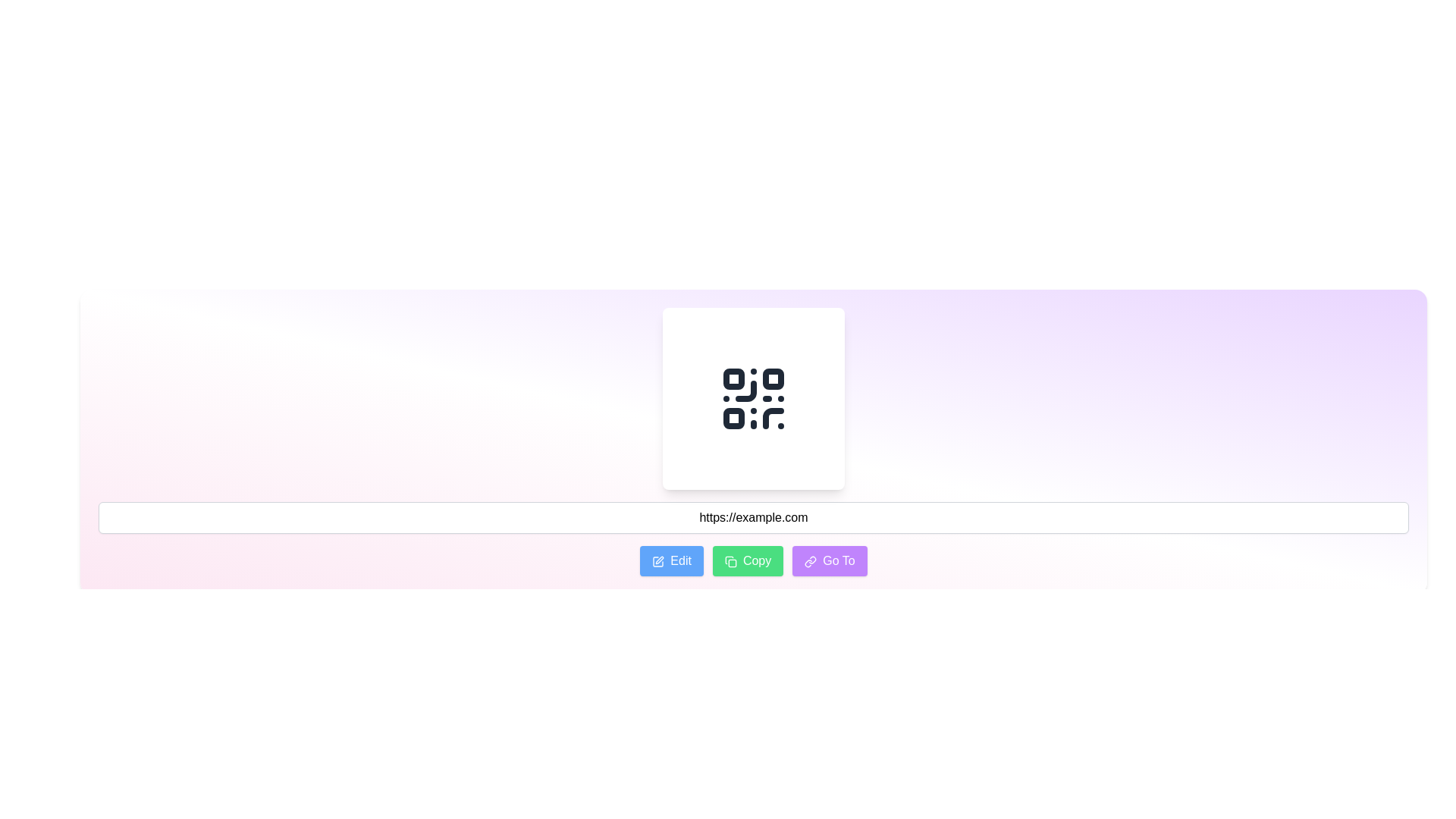 The width and height of the screenshot is (1456, 819). Describe the element at coordinates (773, 378) in the screenshot. I see `the second square from the left in the top row of a QR-code-like layout, which is positioned near the top-right corner of its enclosing group` at that location.